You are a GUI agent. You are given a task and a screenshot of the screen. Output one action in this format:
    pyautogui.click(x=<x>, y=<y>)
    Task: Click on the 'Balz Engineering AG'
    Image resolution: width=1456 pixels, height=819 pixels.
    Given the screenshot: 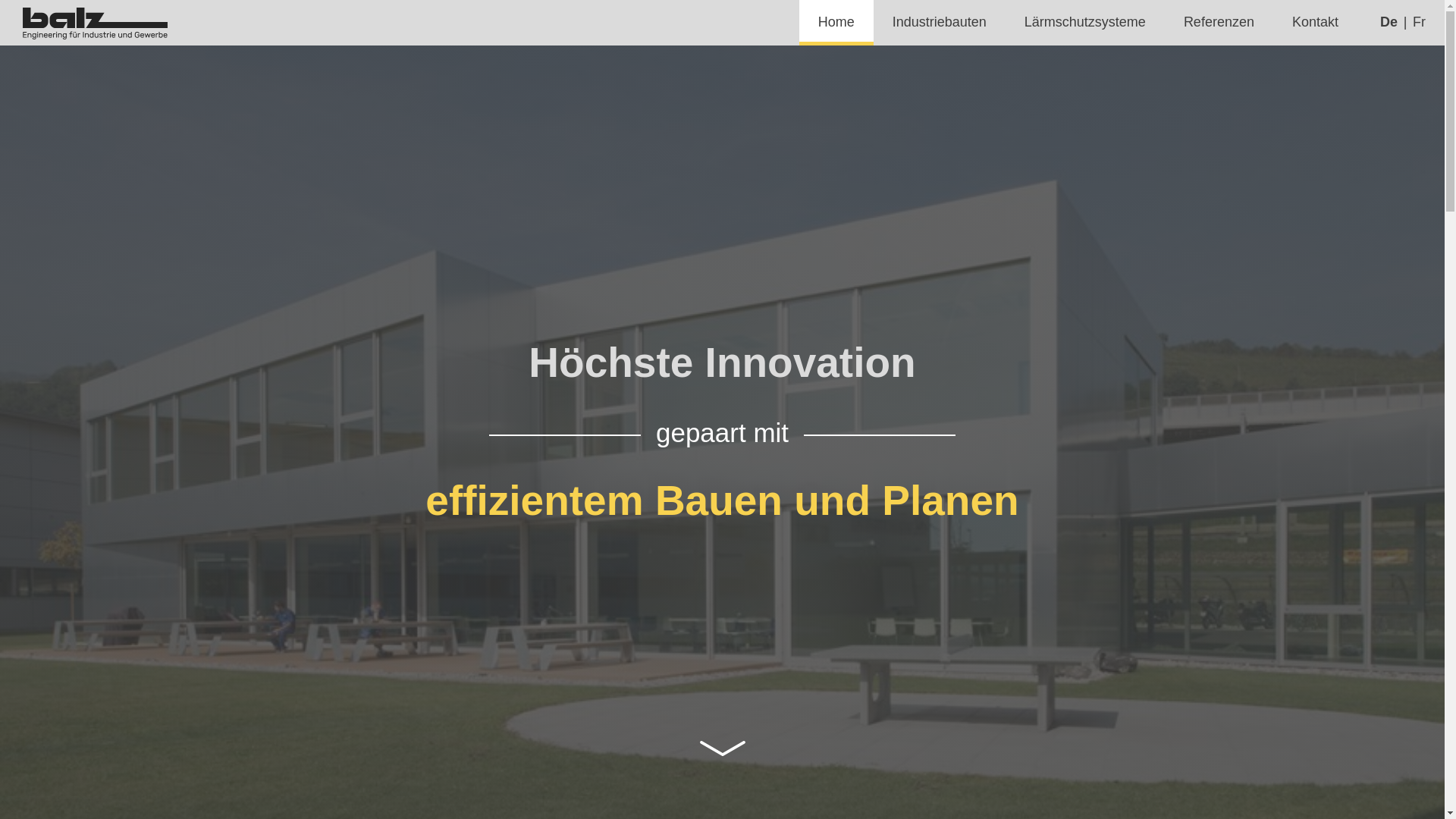 What is the action you would take?
    pyautogui.click(x=94, y=23)
    